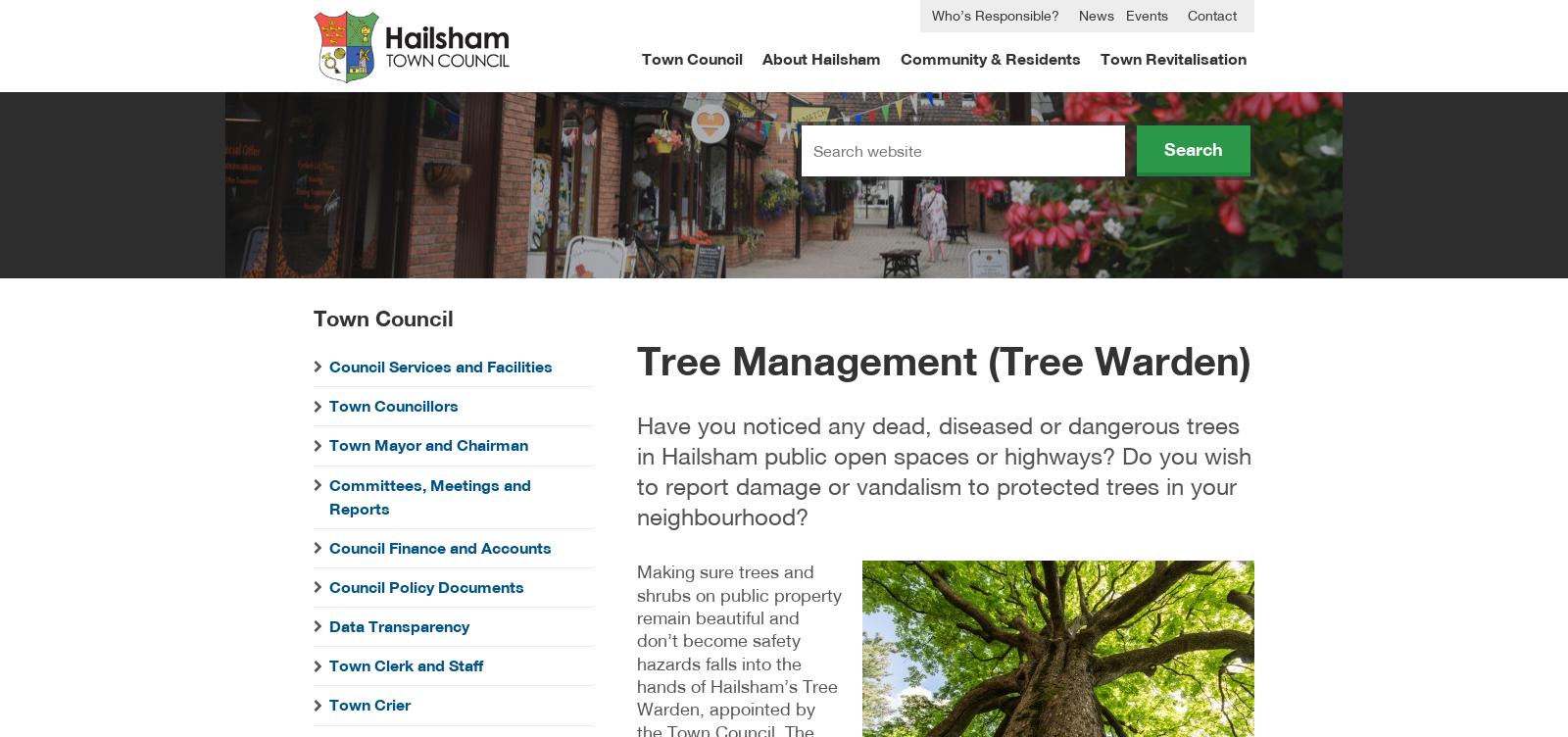  Describe the element at coordinates (1210, 16) in the screenshot. I see `'Contact'` at that location.